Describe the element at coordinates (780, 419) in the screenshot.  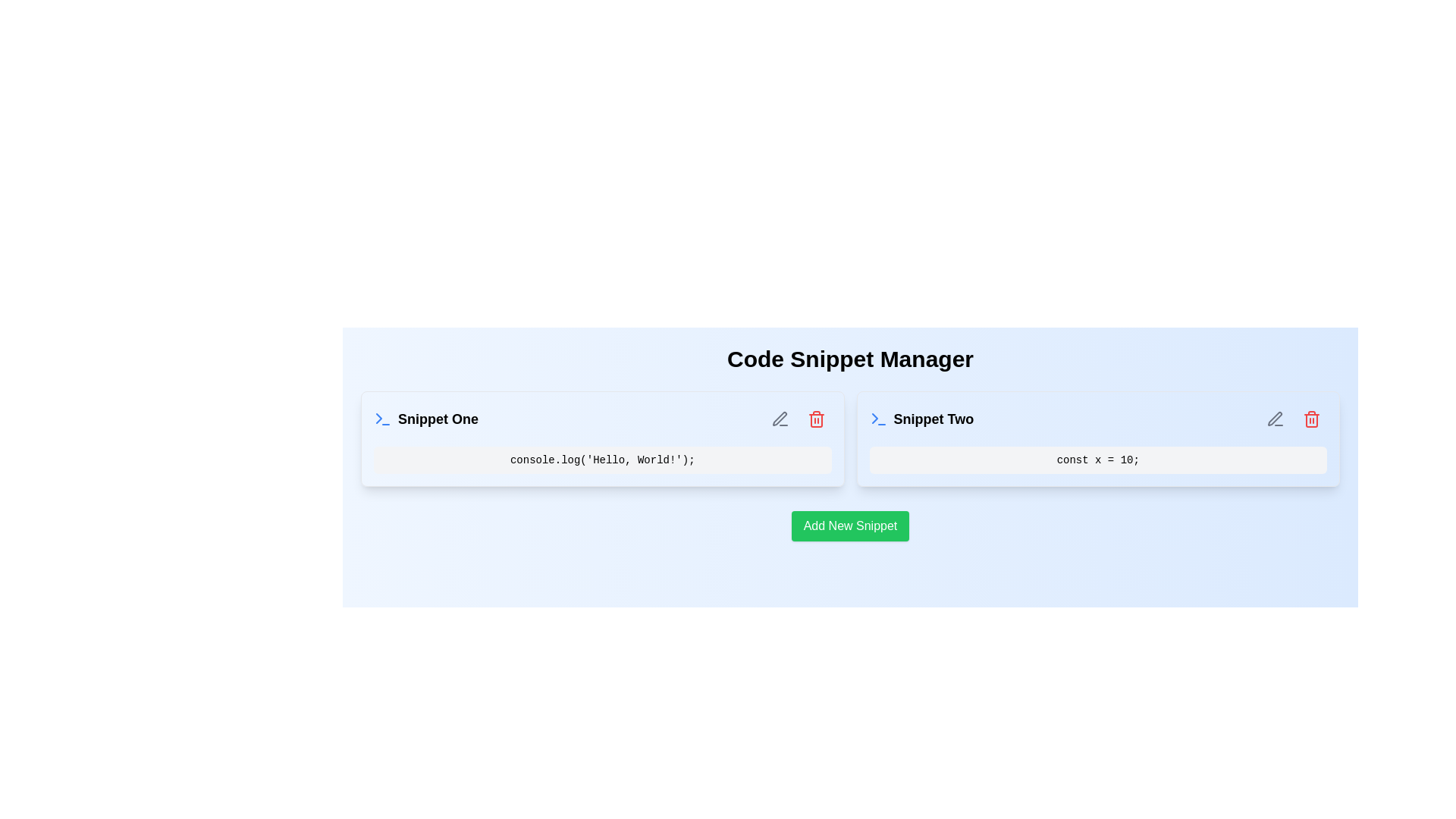
I see `the pencil icon button located in the toolbar at the top-right corner of the 'Snippet One' editable snippet card to initiate editing` at that location.